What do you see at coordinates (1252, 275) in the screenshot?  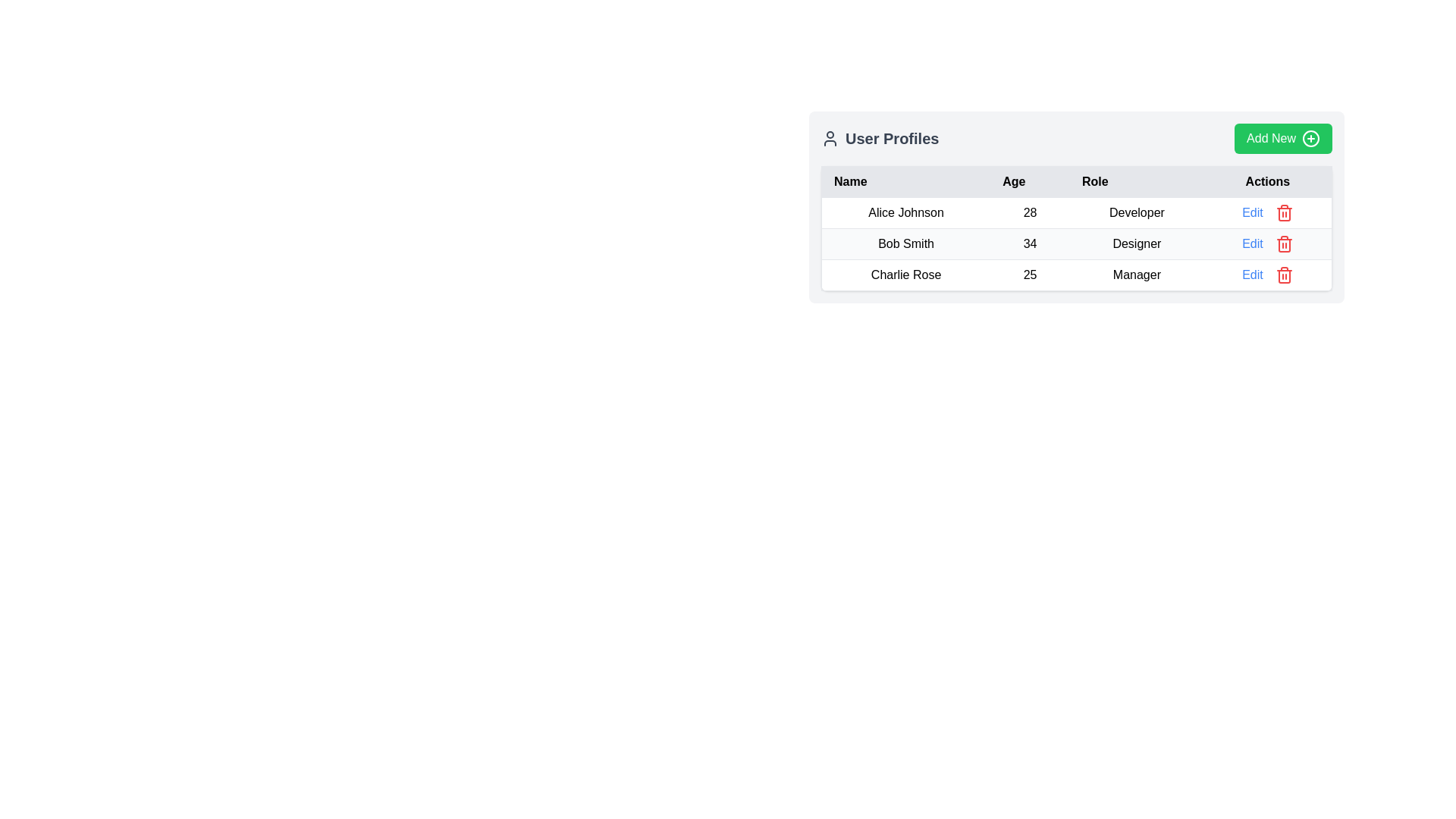 I see `the blue-colored hyperlink styled as a button labeled 'Edit' to trigger its hover effect, changing its color to a darker blue` at bounding box center [1252, 275].